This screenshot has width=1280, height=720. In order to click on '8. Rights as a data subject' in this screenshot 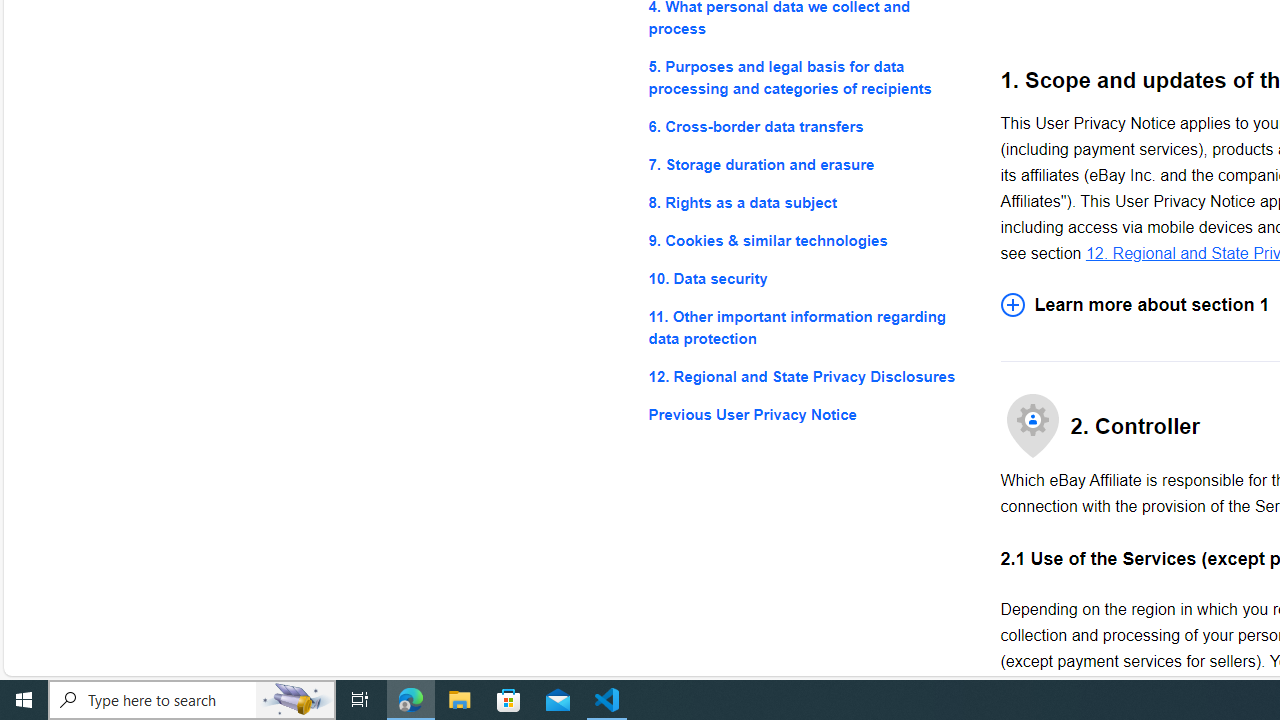, I will do `click(808, 203)`.